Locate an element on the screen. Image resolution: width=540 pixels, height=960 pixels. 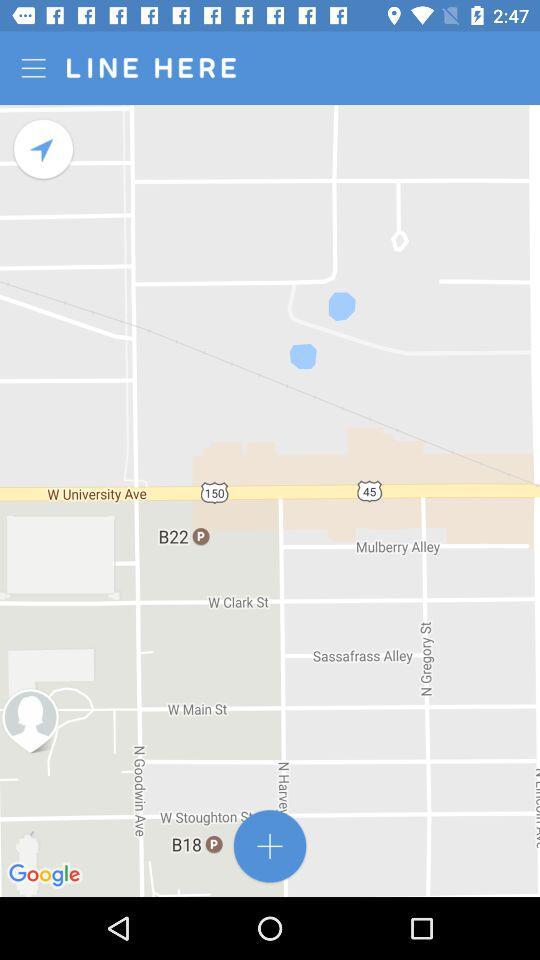
the icon at the center is located at coordinates (270, 500).